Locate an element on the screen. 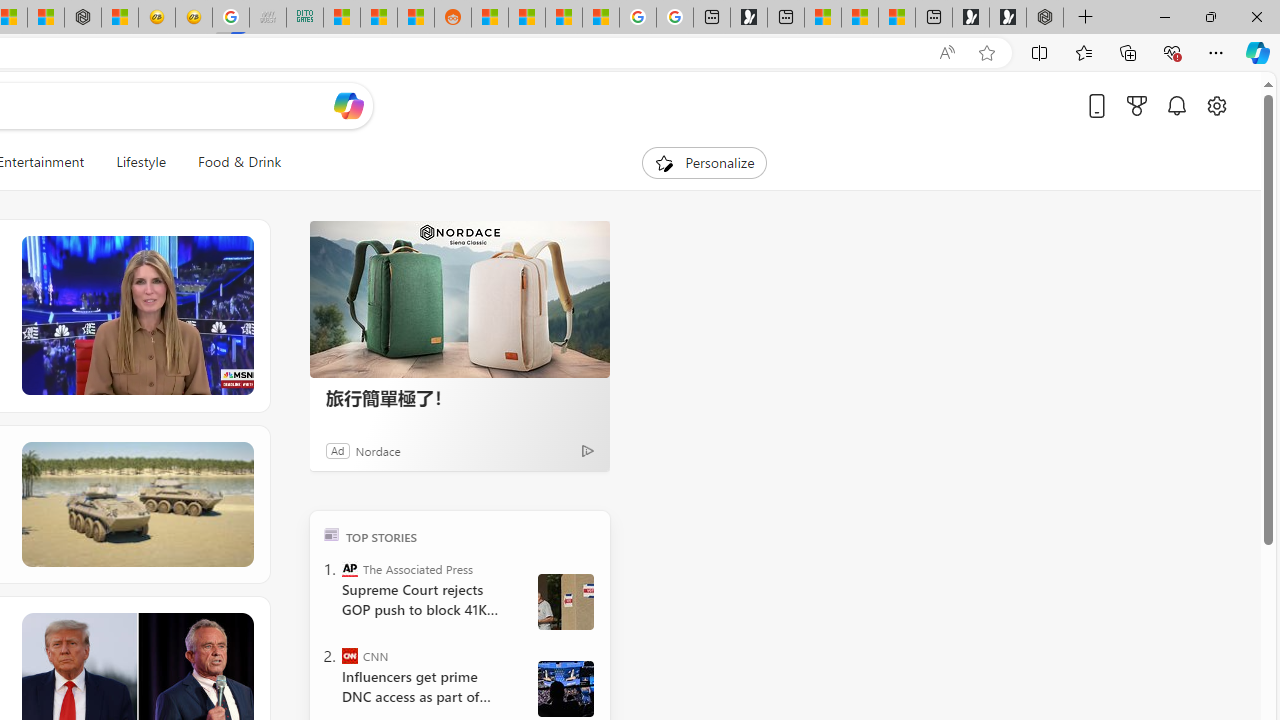 This screenshot has height=720, width=1280. 'Notifications' is located at coordinates (1176, 105).